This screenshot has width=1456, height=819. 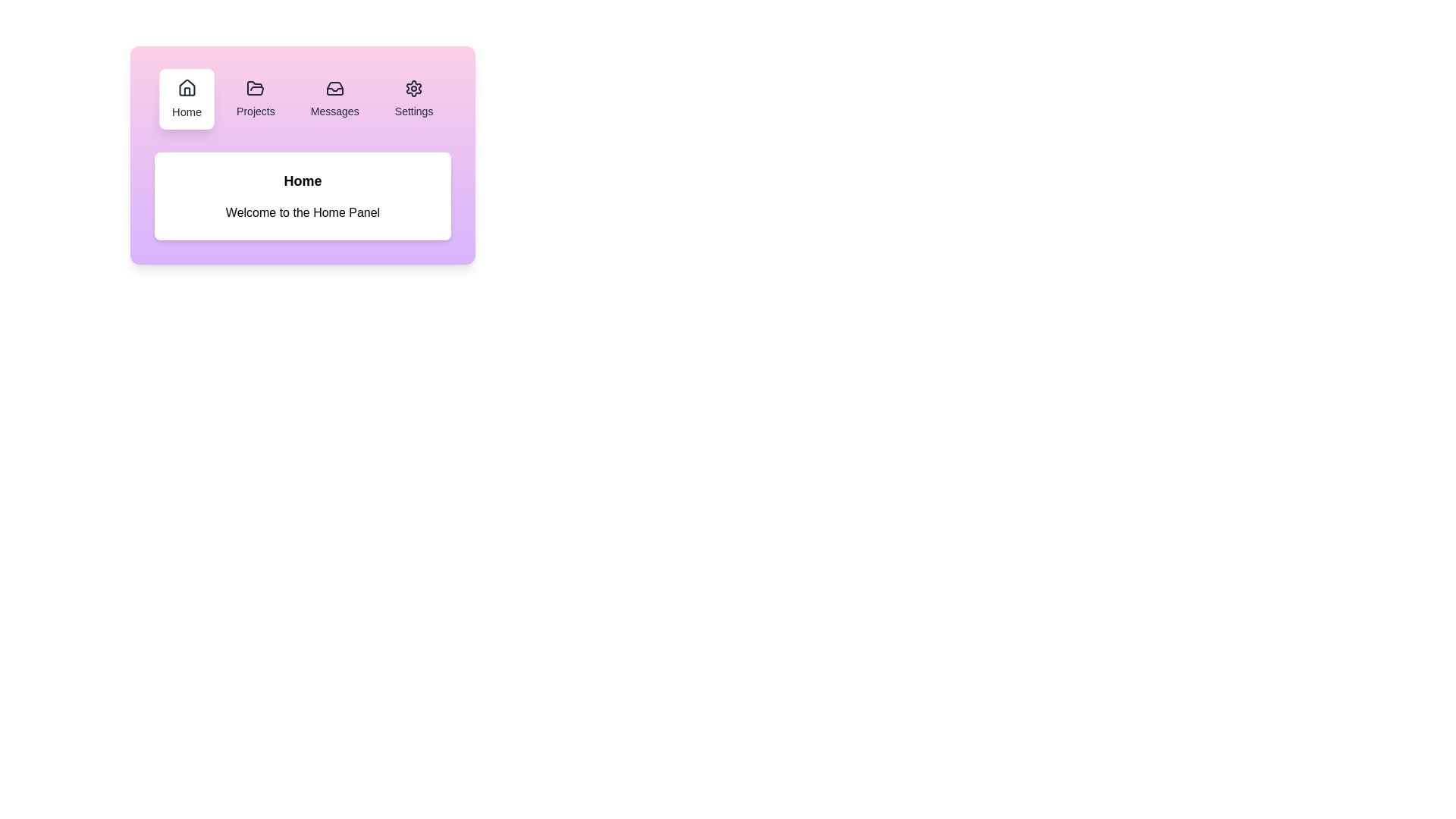 What do you see at coordinates (414, 88) in the screenshot?
I see `the gear icon associated with the 'Settings' functionality in the top-right corner of the interface` at bounding box center [414, 88].